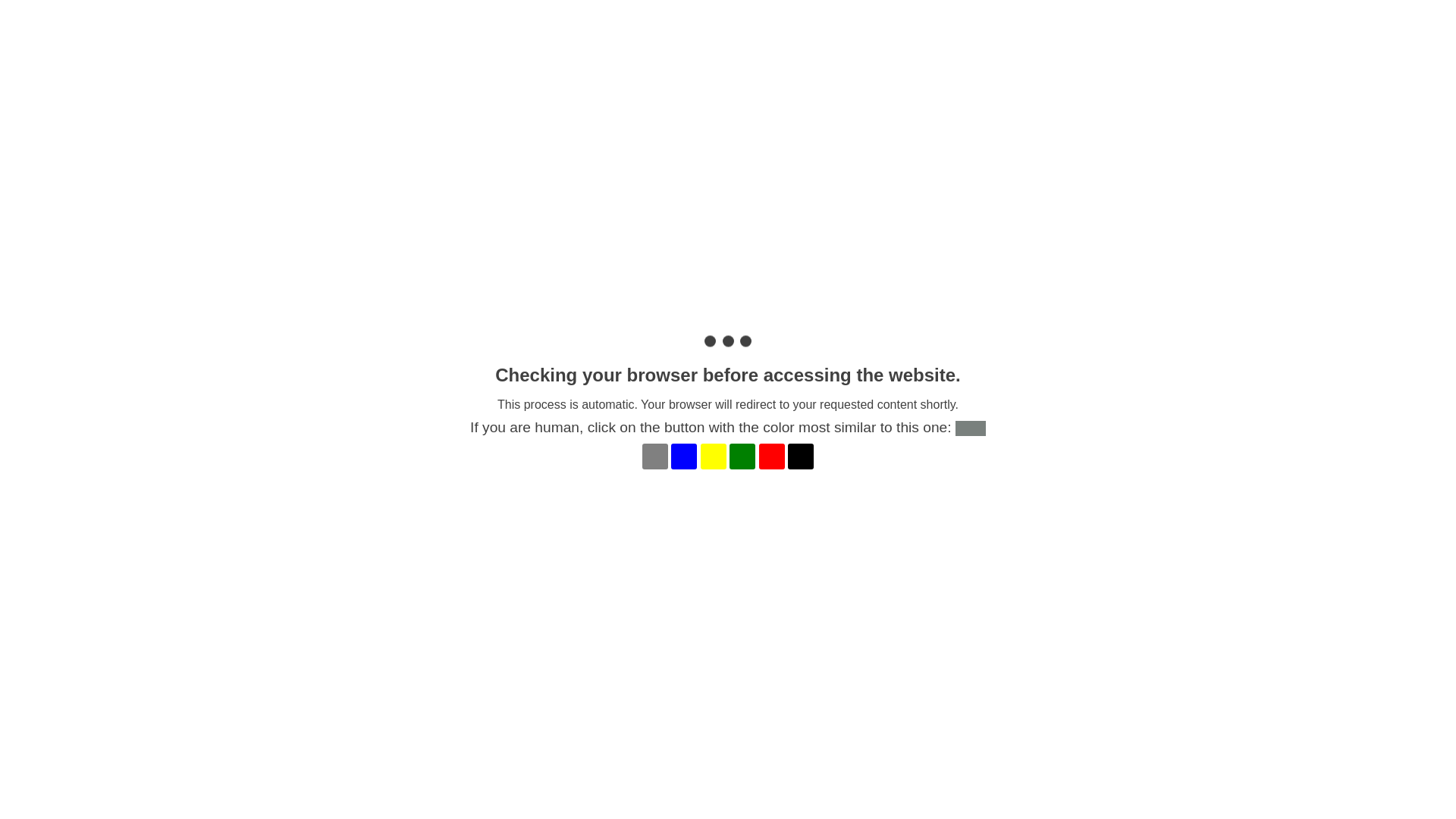 This screenshot has width=1456, height=819. What do you see at coordinates (771, 455) in the screenshot?
I see `'RED'` at bounding box center [771, 455].